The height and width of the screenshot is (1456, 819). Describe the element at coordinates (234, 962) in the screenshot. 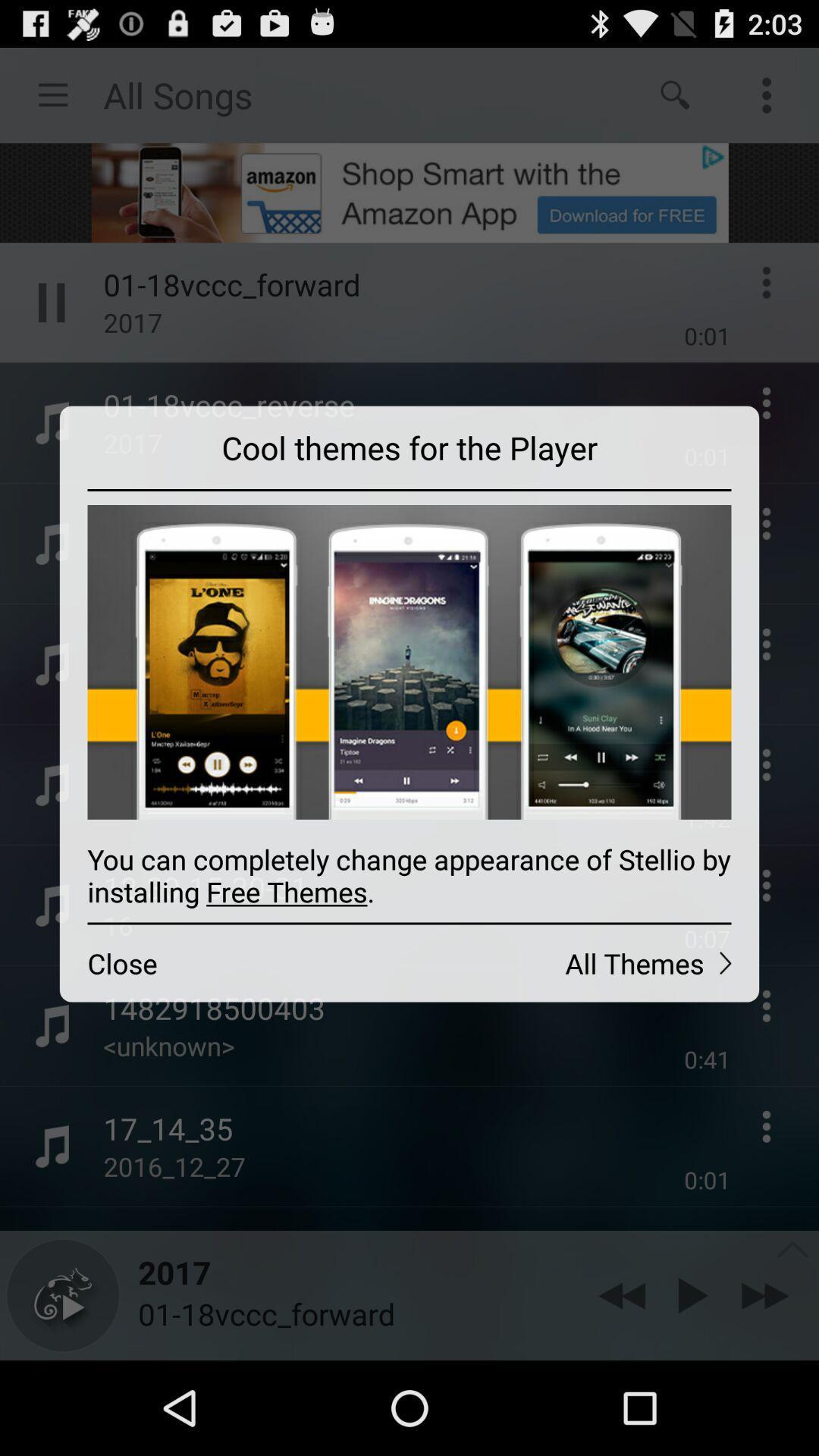

I see `app on the left` at that location.